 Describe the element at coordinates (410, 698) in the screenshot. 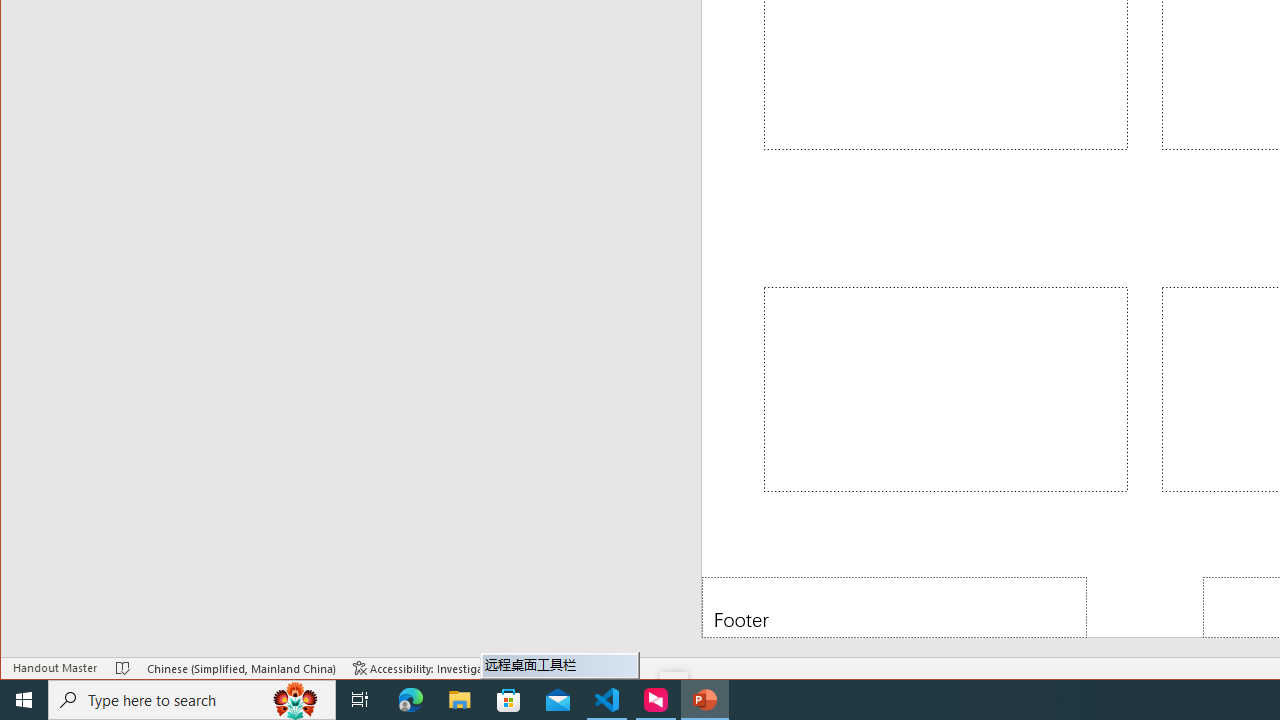

I see `'Microsoft Edge'` at that location.